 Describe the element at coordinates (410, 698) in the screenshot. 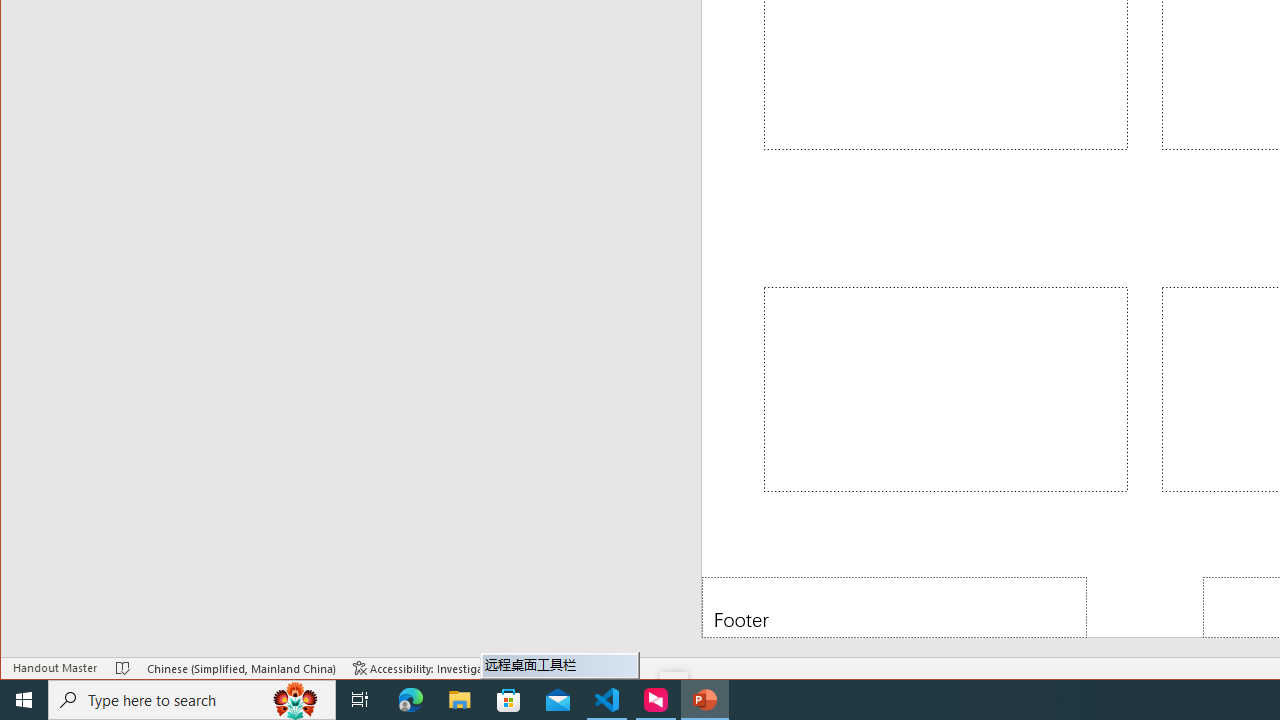

I see `'Microsoft Edge'` at that location.